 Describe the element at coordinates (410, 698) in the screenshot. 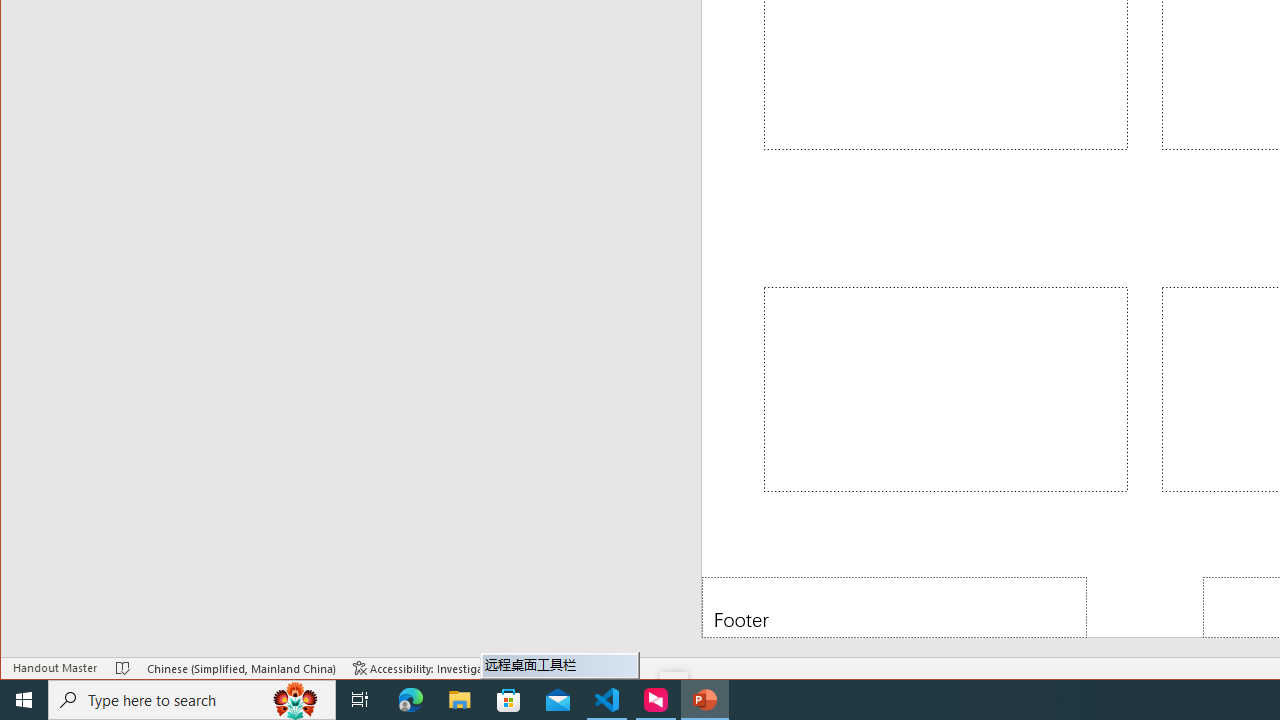

I see `'Microsoft Edge'` at that location.